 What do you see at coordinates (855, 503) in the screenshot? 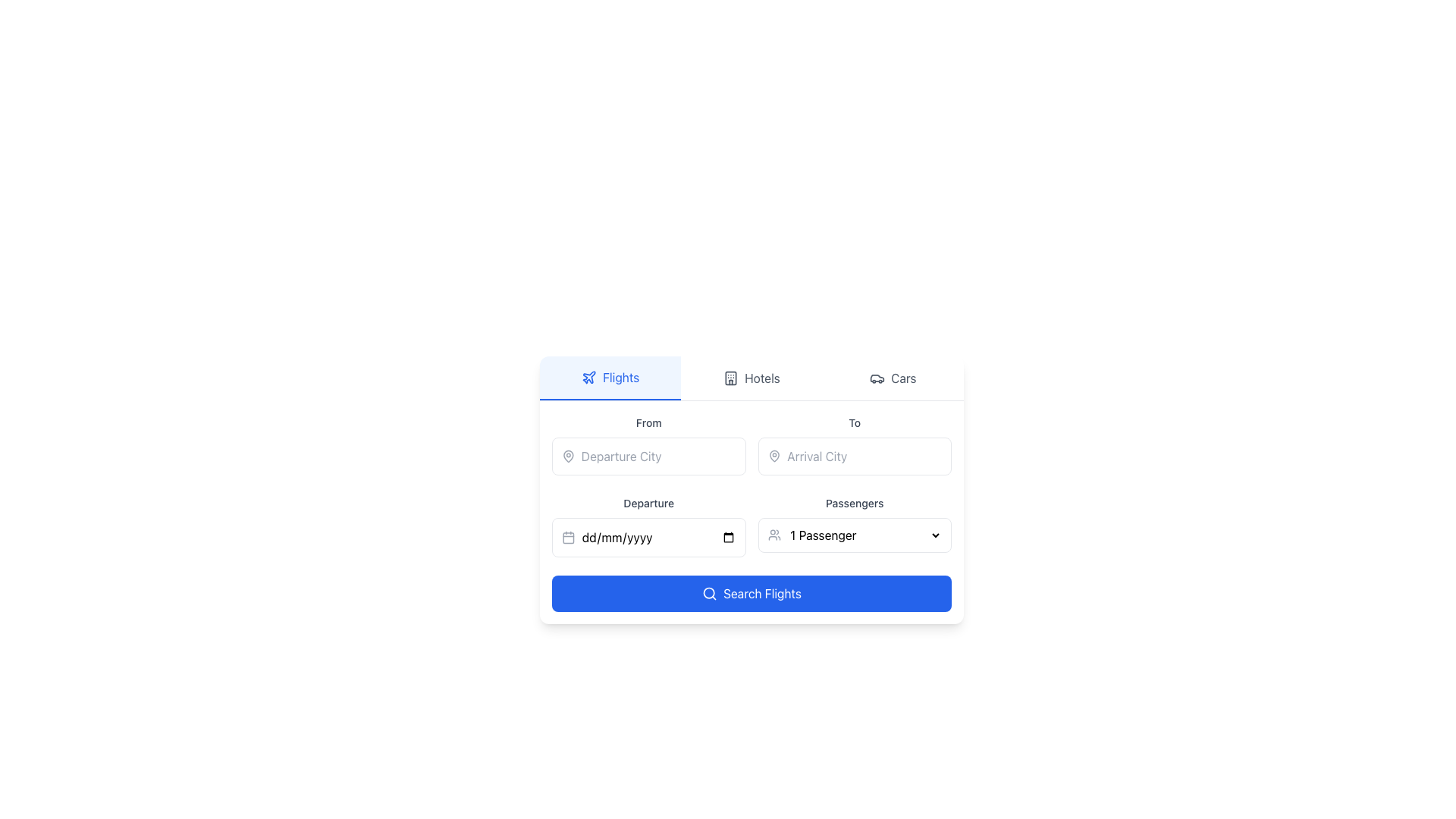
I see `the text label that describes the adjacent dropdown menu for selecting the number of passengers in the flight booking panel` at bounding box center [855, 503].